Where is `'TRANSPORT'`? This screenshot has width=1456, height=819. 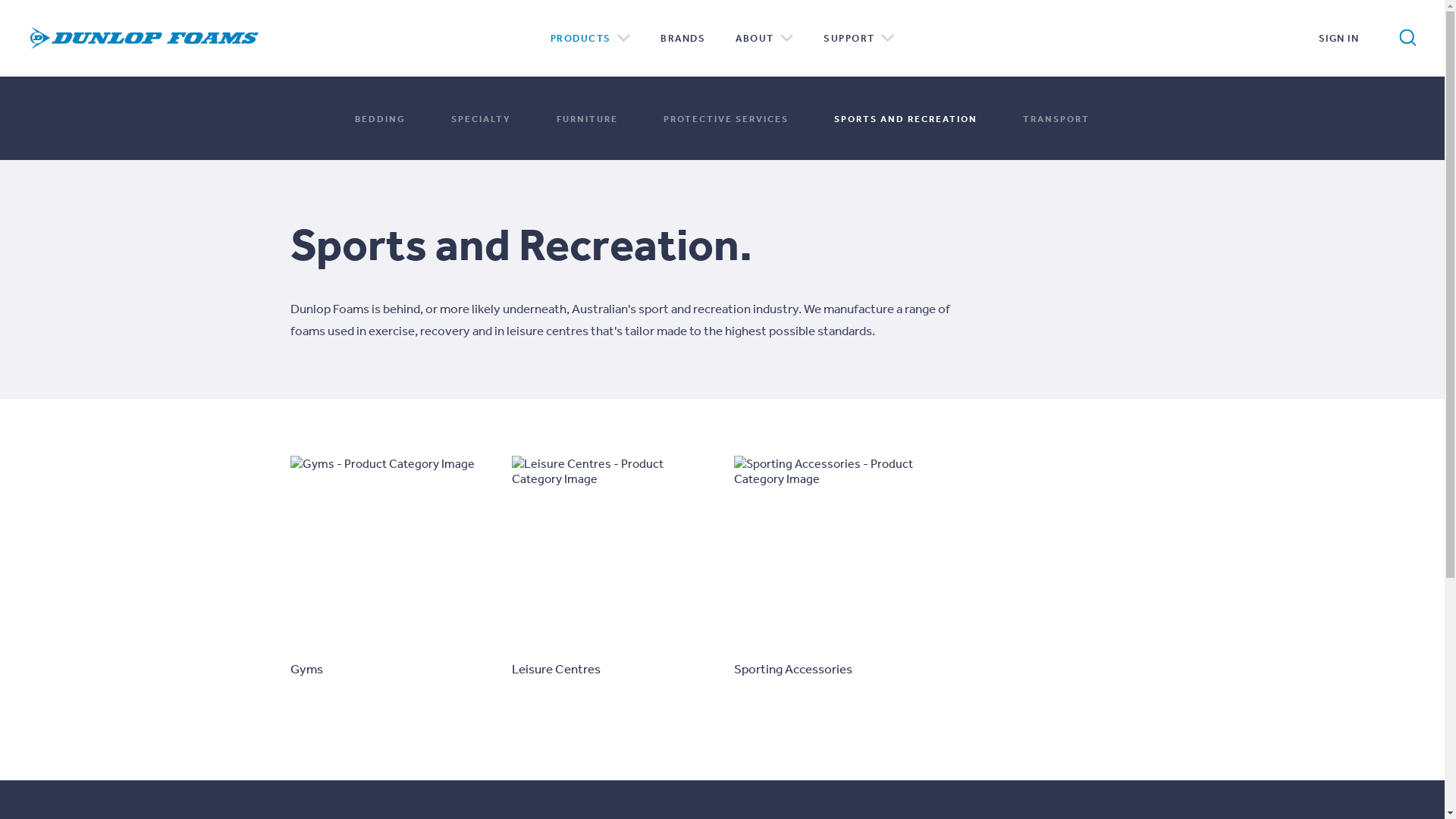 'TRANSPORT' is located at coordinates (1055, 117).